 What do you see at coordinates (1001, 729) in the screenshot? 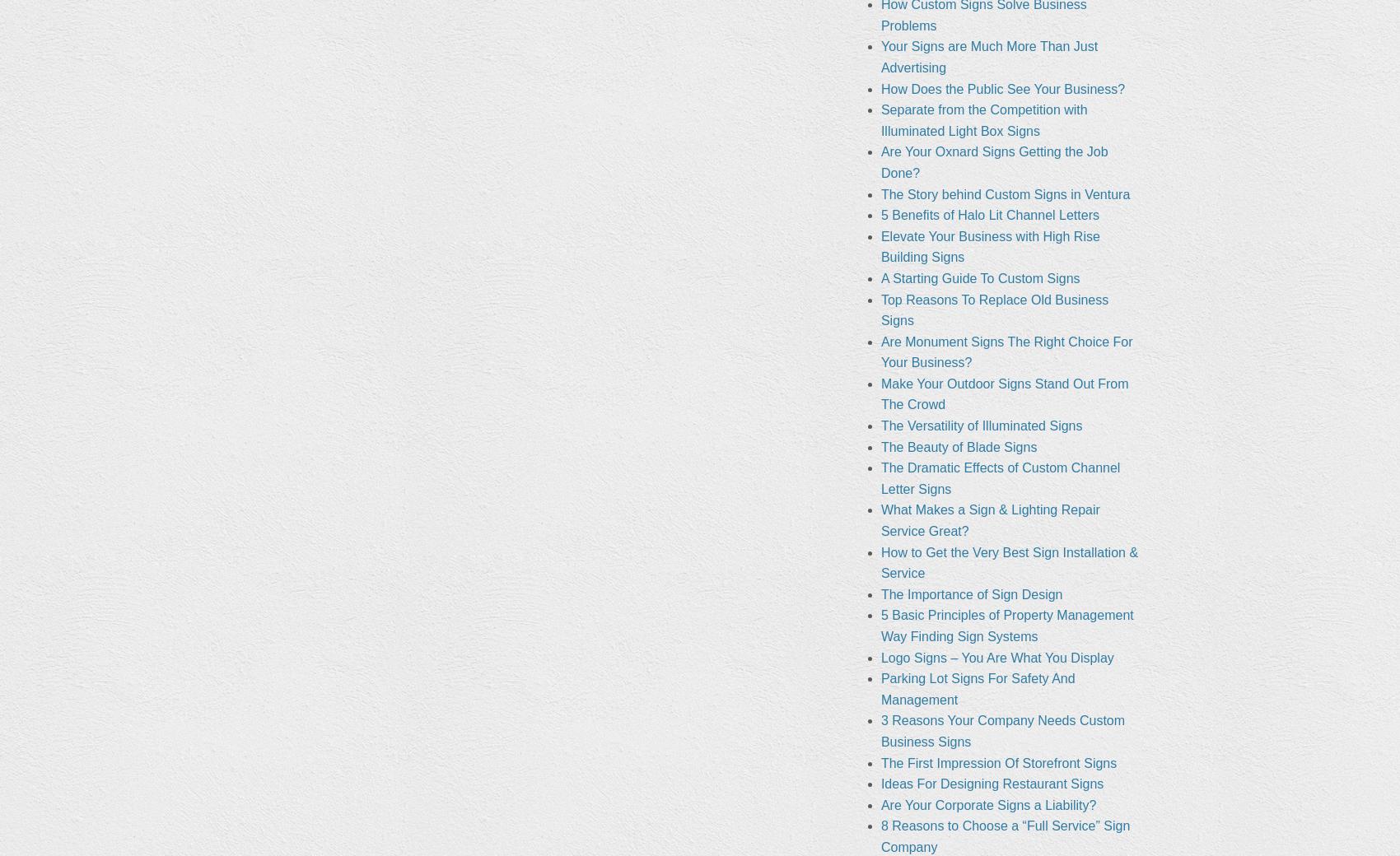
I see `'3 Reasons Your Company Needs Custom Business Signs'` at bounding box center [1001, 729].